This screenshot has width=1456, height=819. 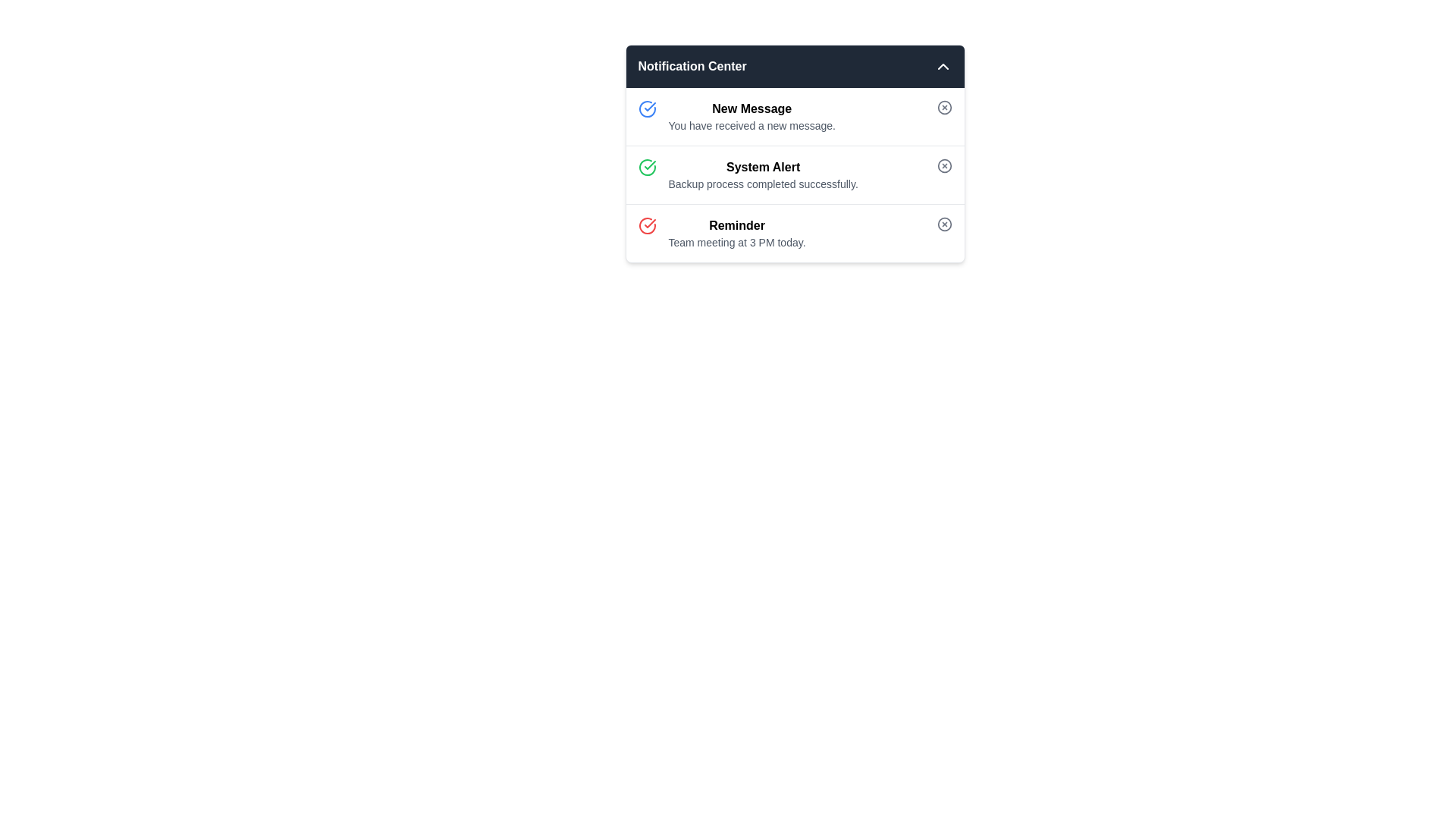 I want to click on the 'System Alert' notification icon, which is a green checkmark indicating success or completion, located in the Notification Center, so click(x=647, y=167).